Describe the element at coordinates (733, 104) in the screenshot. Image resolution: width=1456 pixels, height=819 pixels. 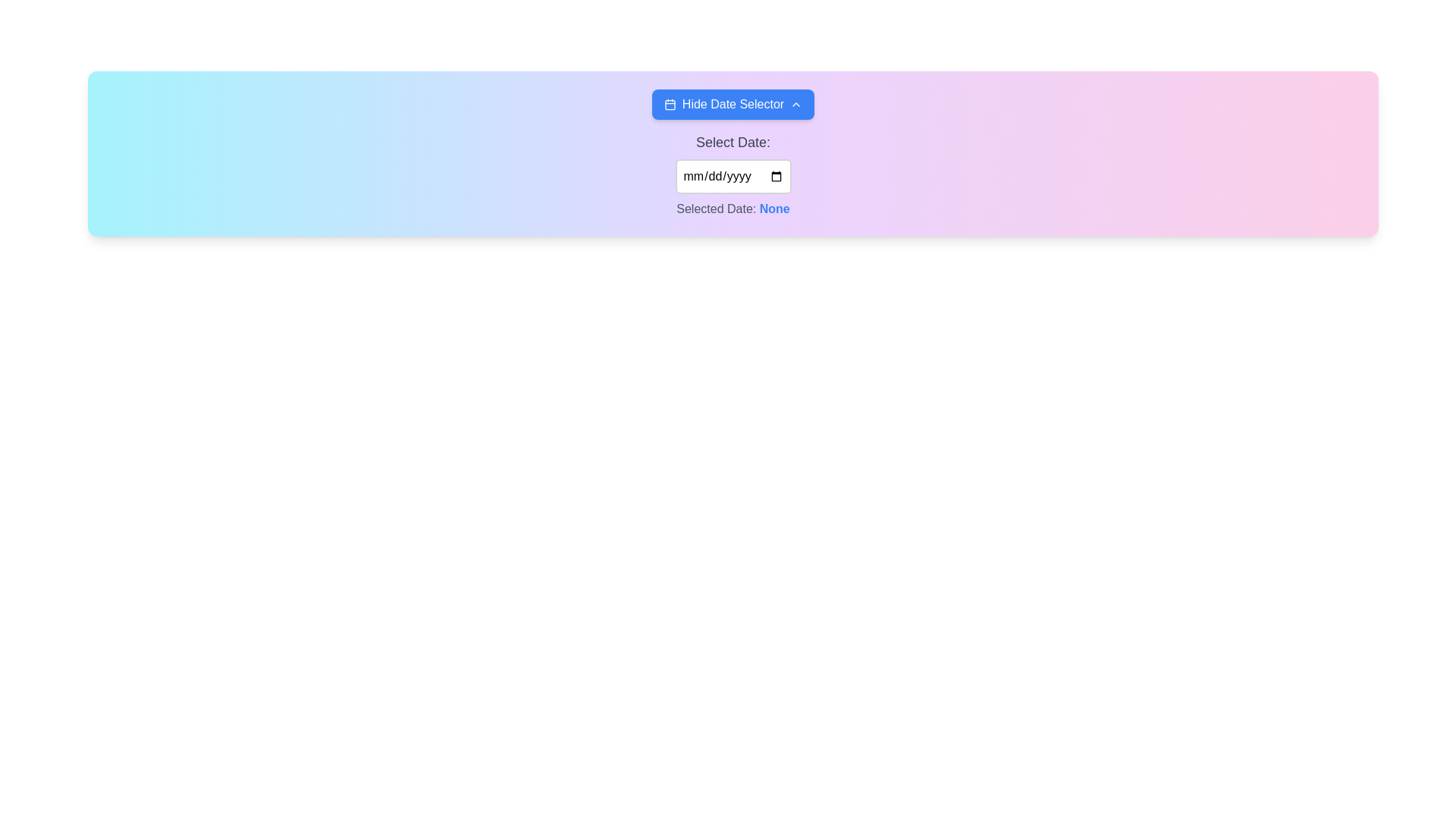
I see `text label that indicates the action of hiding the date selector, located in the central upper section of the interface within a button` at that location.